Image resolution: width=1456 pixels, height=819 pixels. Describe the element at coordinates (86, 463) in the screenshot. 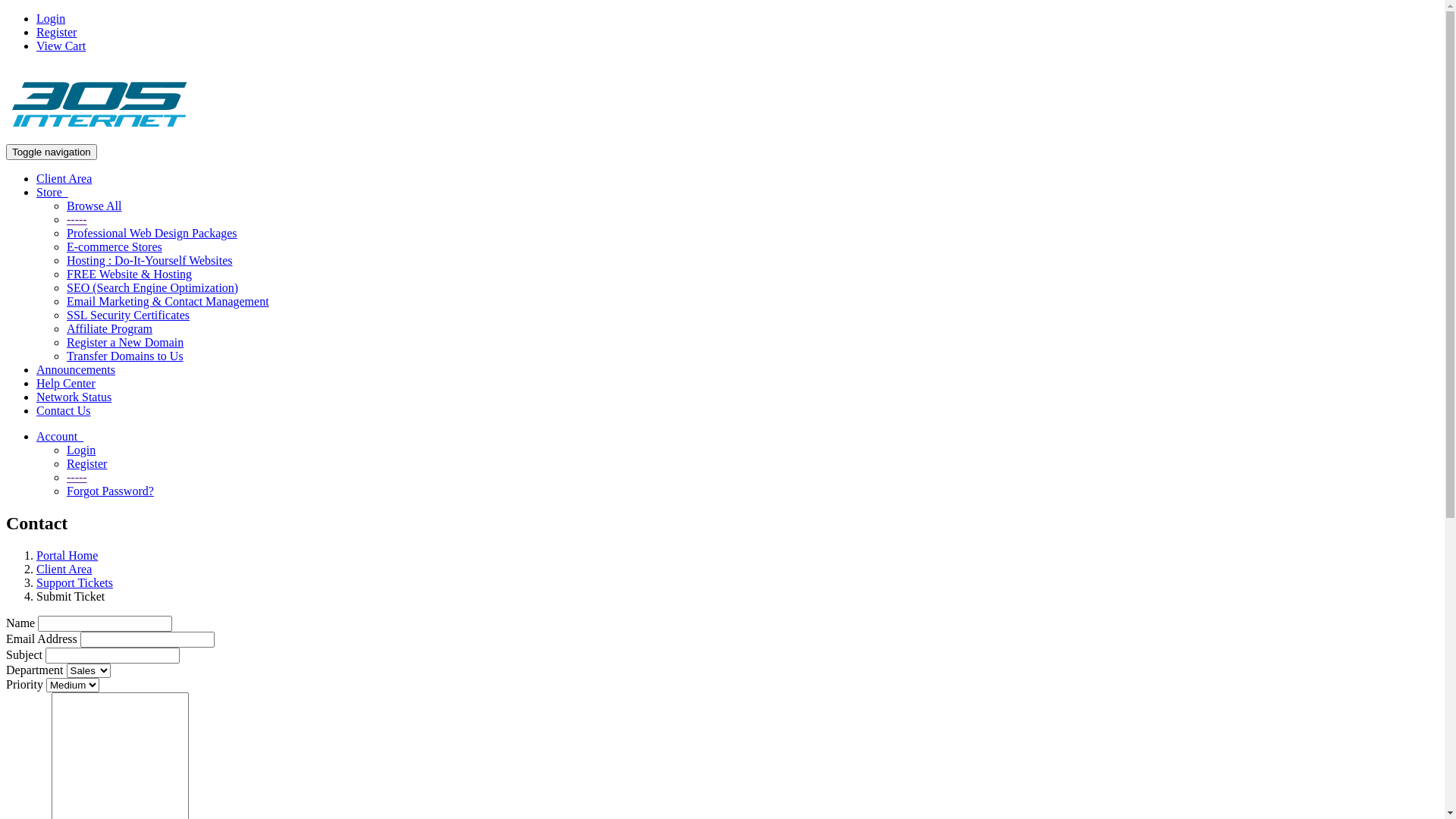

I see `'Register'` at that location.